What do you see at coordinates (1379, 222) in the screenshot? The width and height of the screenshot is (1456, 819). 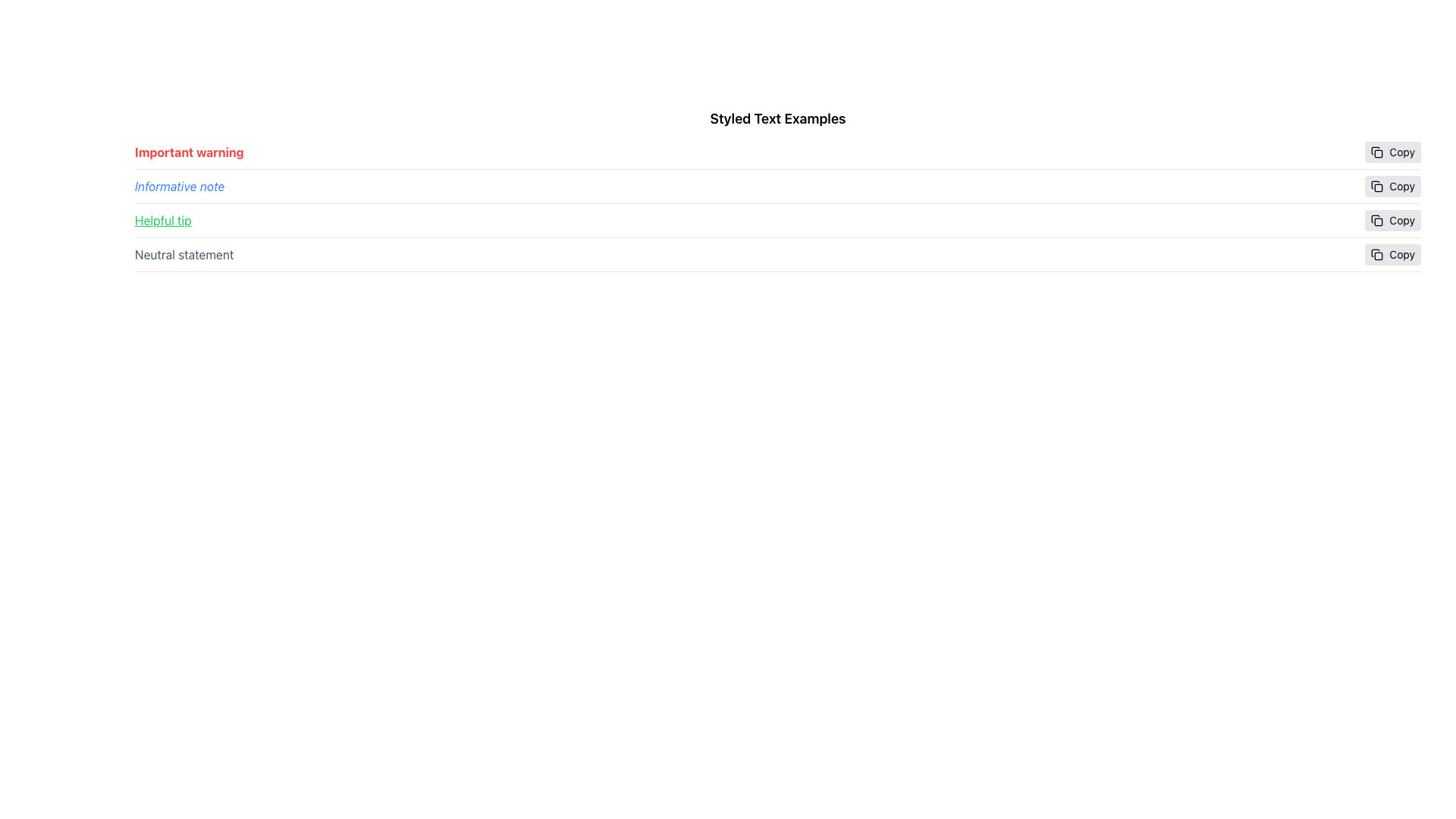 I see `the SVG Shape (Rounded Rectangle) representing the 'Copy' button located next to the fourth text row labeled 'Neutral statement'` at bounding box center [1379, 222].